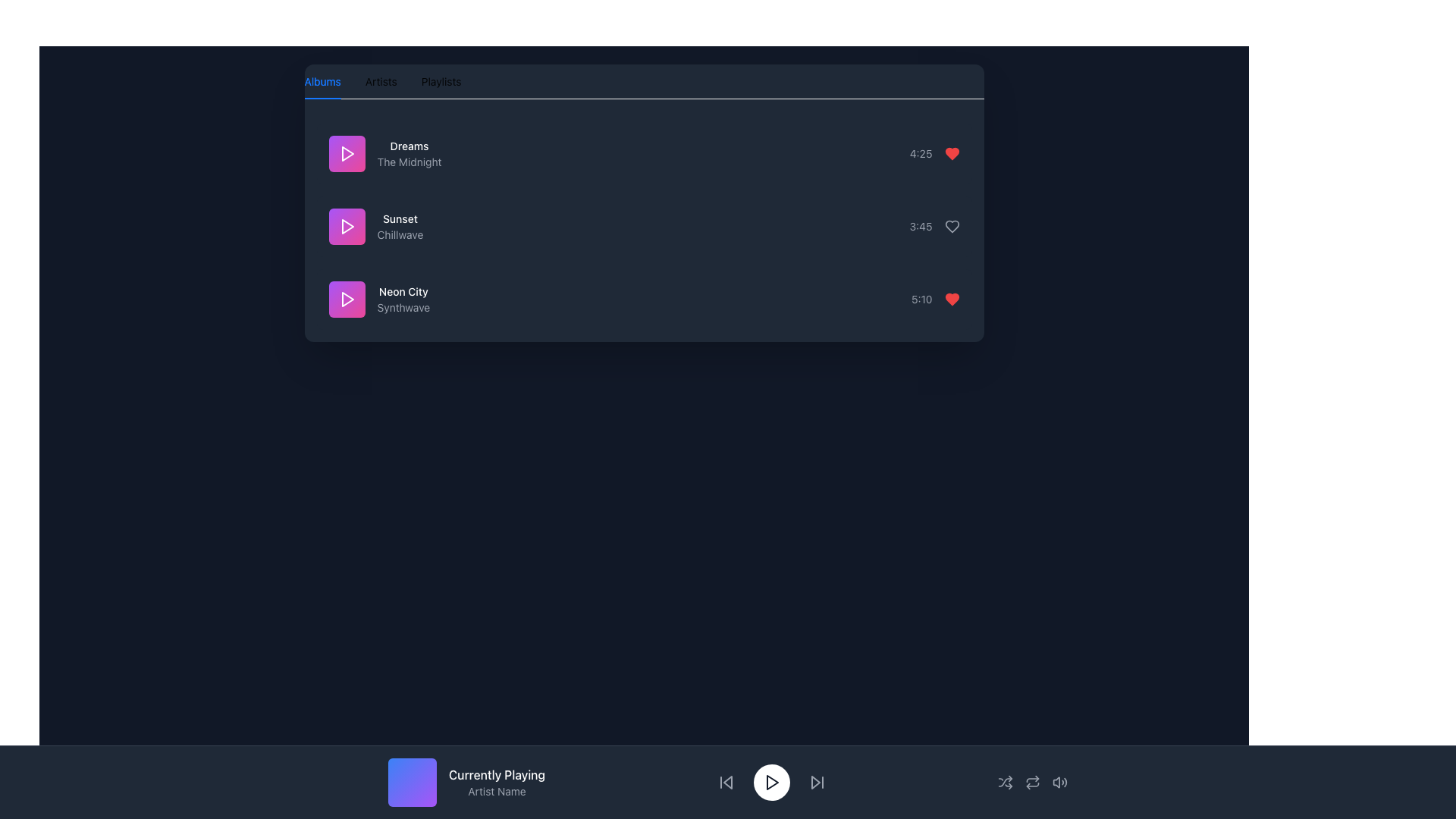 This screenshot has height=819, width=1456. What do you see at coordinates (771, 783) in the screenshot?
I see `the play icon located at the center of the circular button in the media control panel to assist with playback actions` at bounding box center [771, 783].